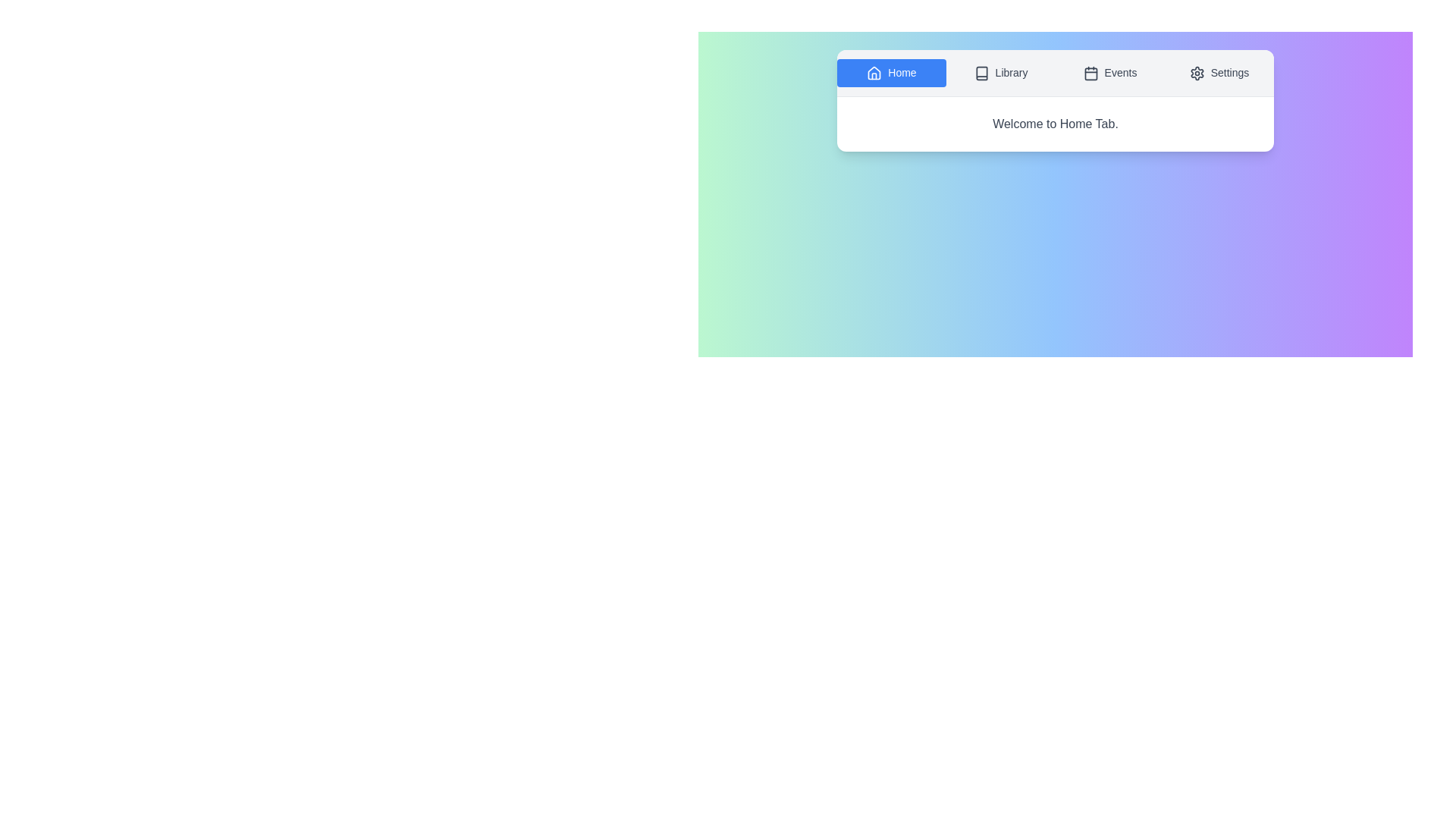 The width and height of the screenshot is (1456, 819). Describe the element at coordinates (1196, 74) in the screenshot. I see `the 'Settings' icon in the navigation bar` at that location.